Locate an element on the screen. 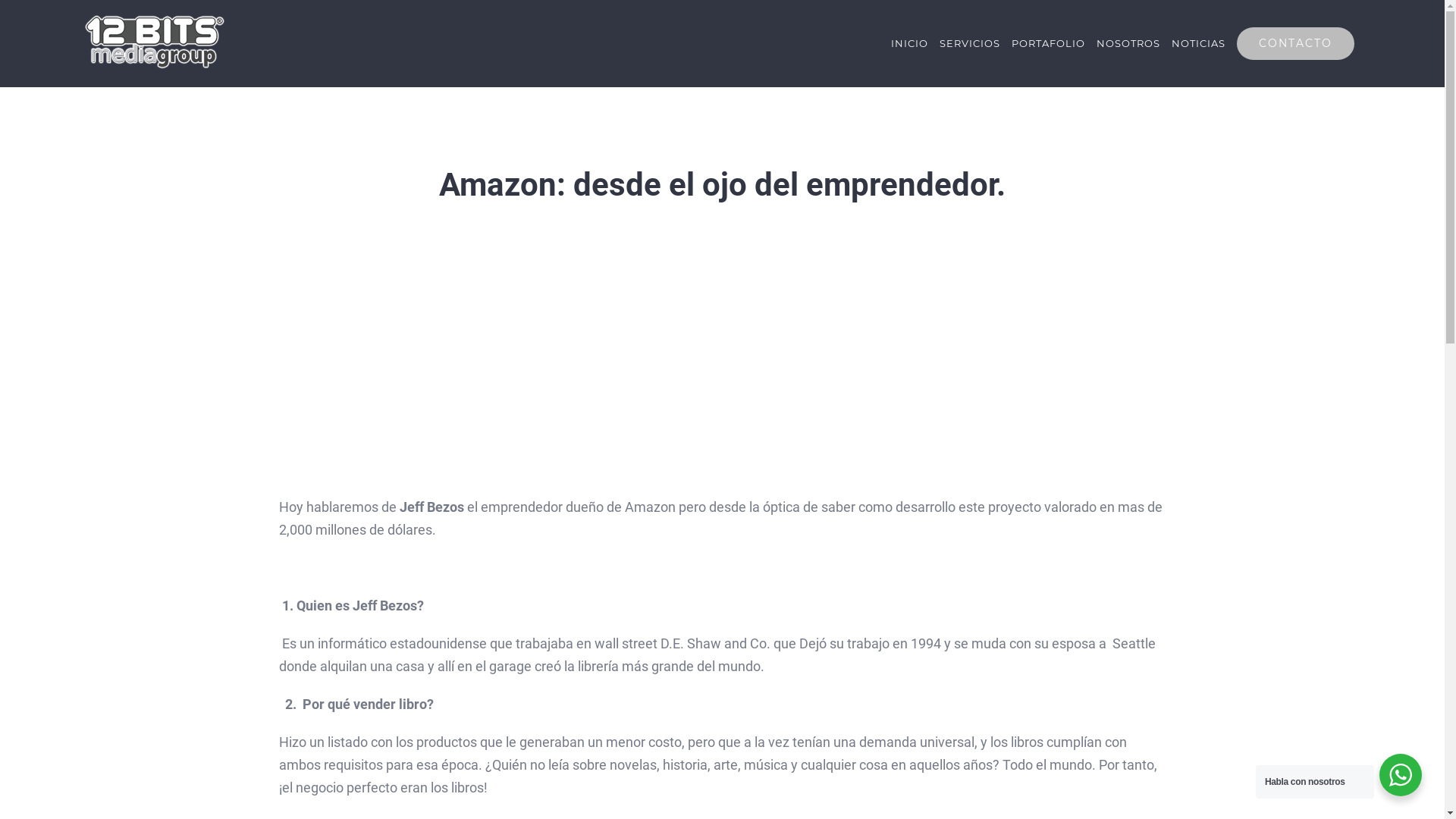 This screenshot has width=1456, height=819. 'CONTACTO' is located at coordinates (1294, 42).